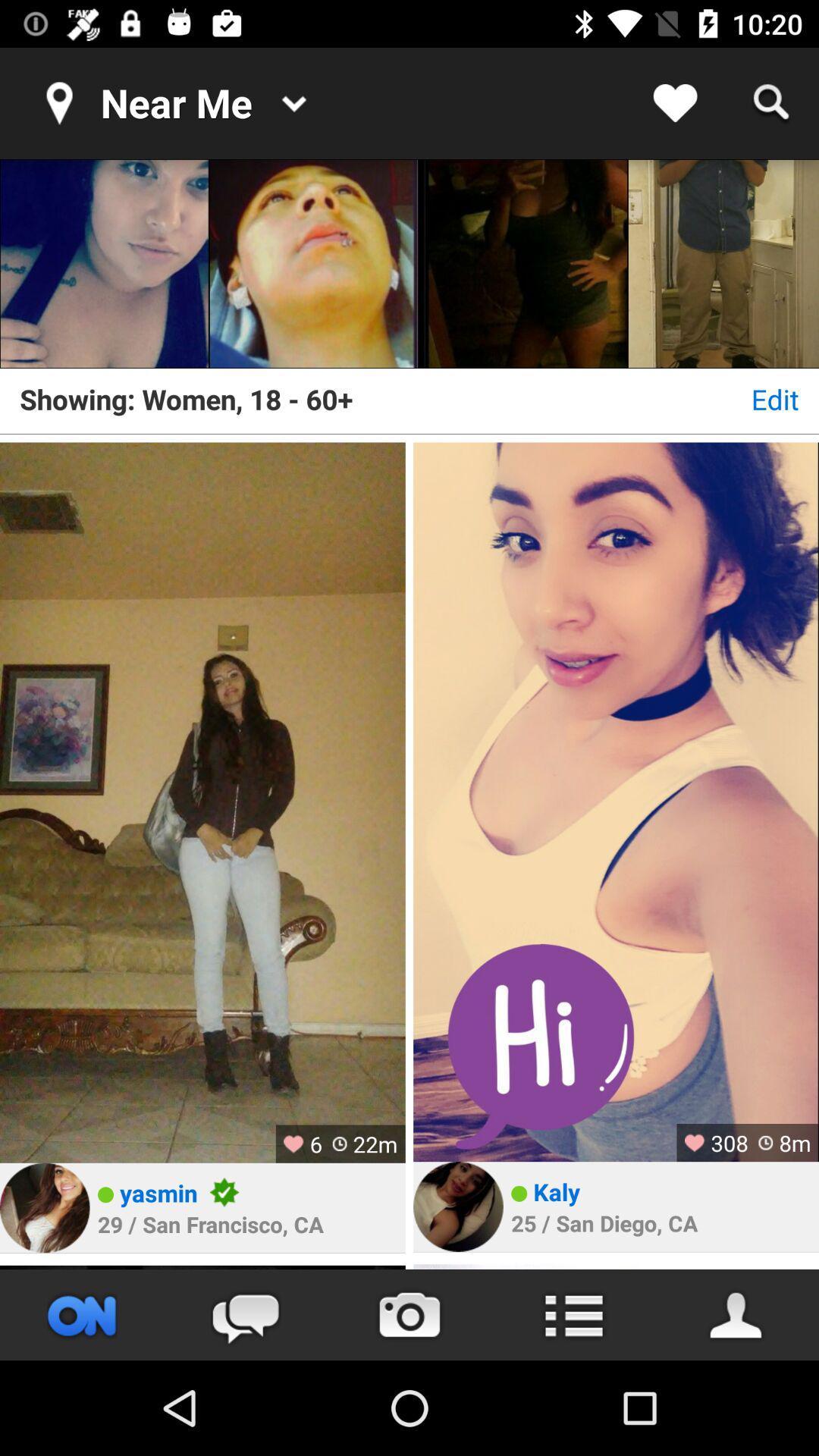 The width and height of the screenshot is (819, 1456). I want to click on item above the showing women 18, so click(312, 264).